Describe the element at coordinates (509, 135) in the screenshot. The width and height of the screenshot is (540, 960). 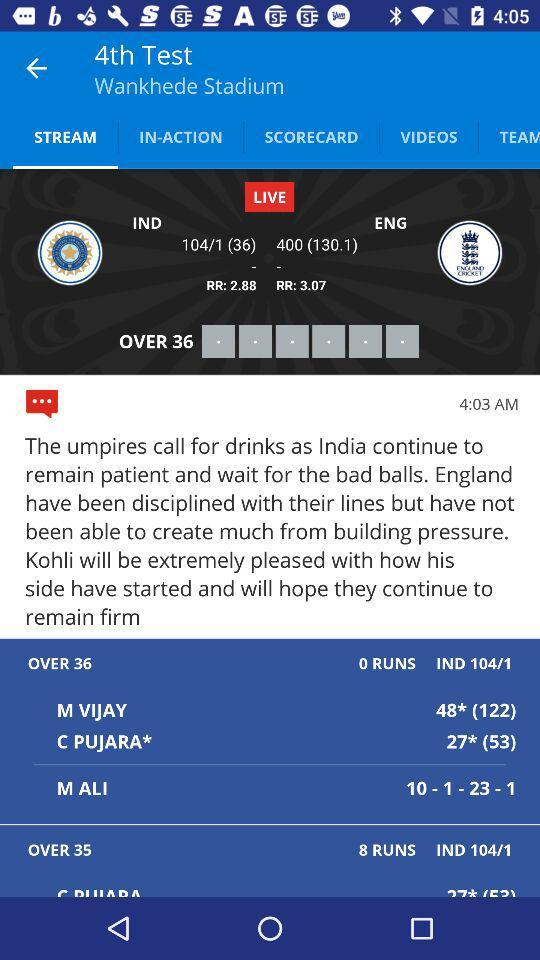
I see `the teams app` at that location.